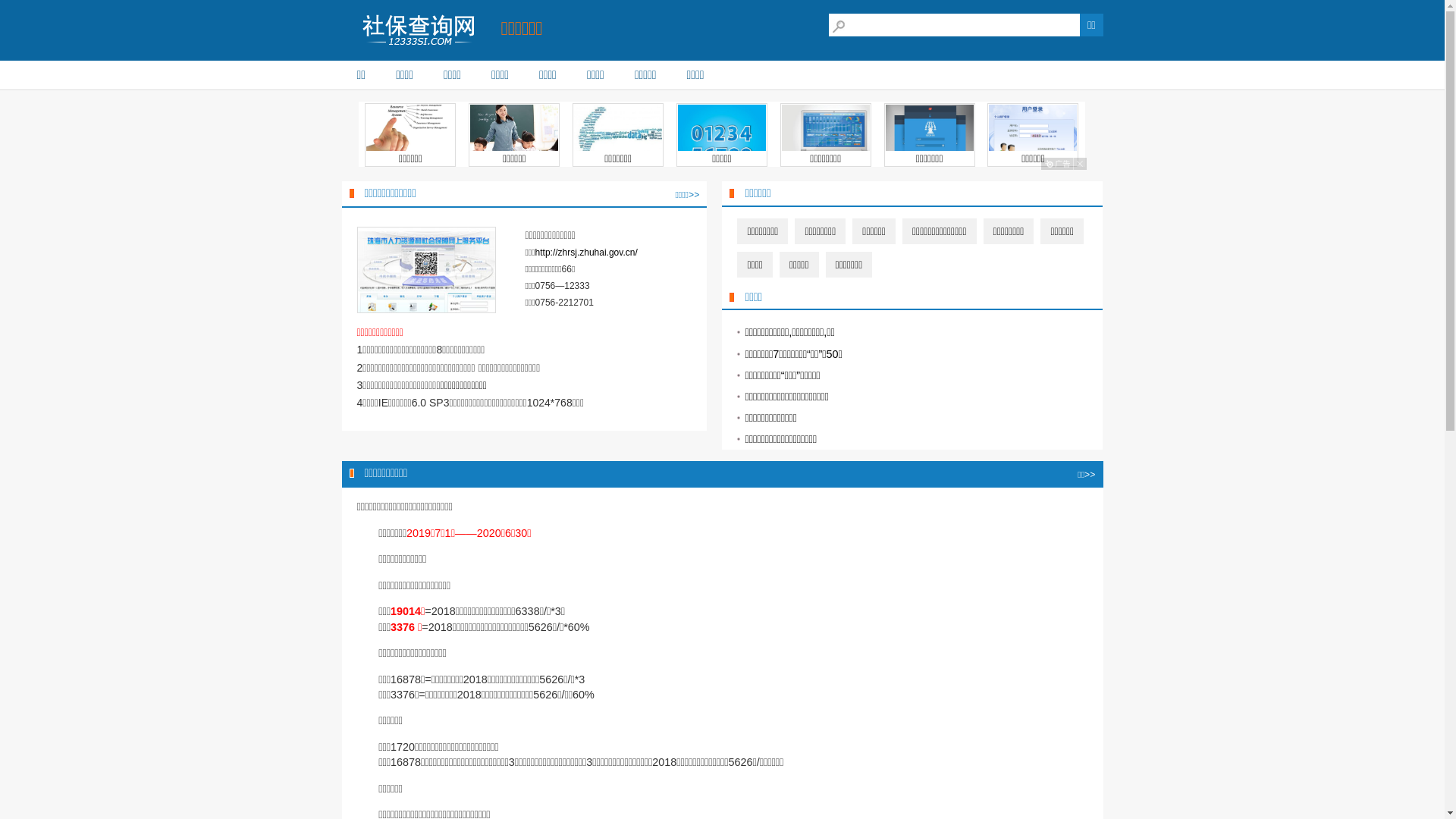 This screenshot has height=819, width=1456. What do you see at coordinates (535, 251) in the screenshot?
I see `'http://zhrsj.zhuhai.gov.cn/'` at bounding box center [535, 251].